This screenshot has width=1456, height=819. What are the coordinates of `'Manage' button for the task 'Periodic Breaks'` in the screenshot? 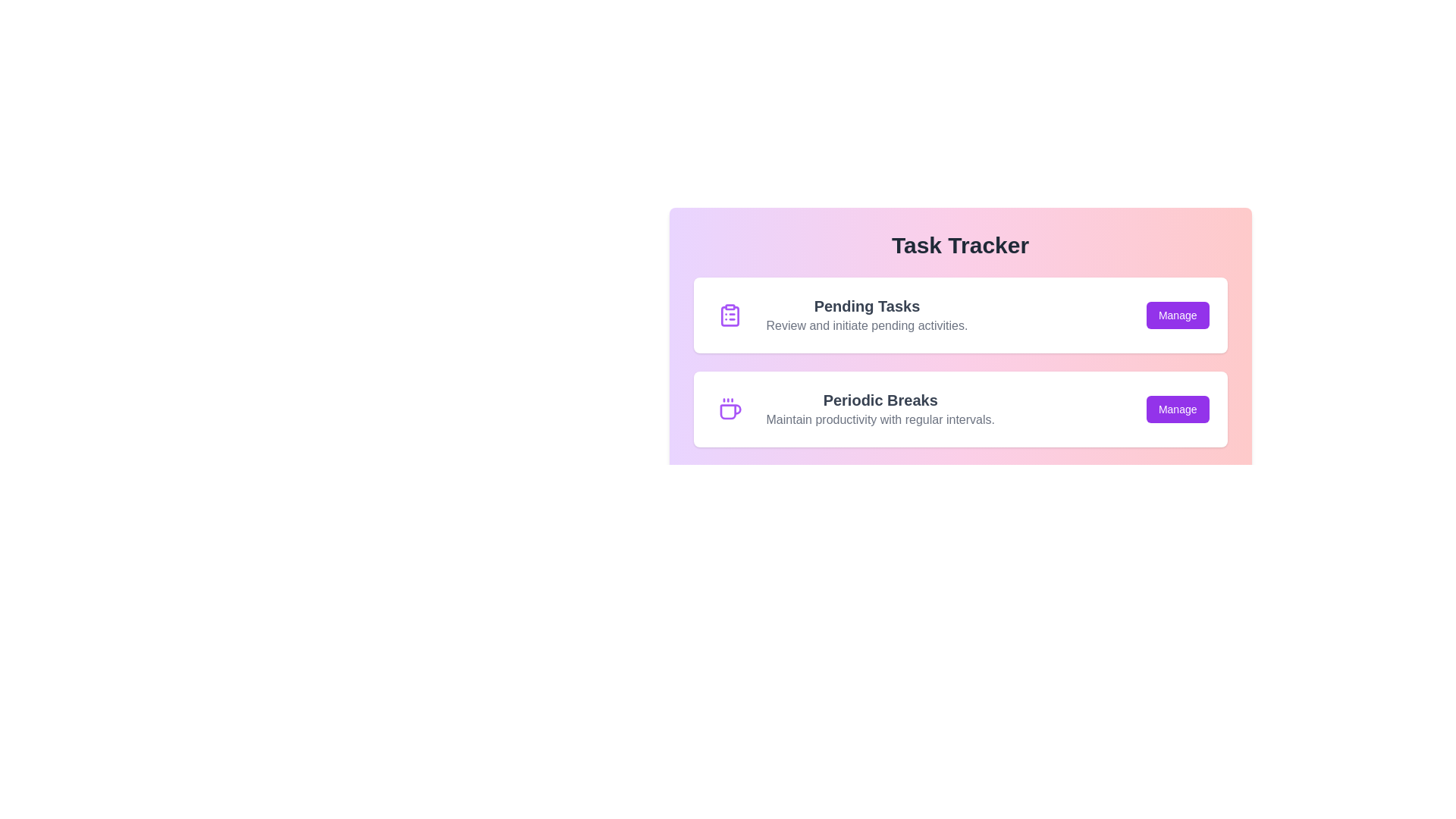 It's located at (1177, 409).